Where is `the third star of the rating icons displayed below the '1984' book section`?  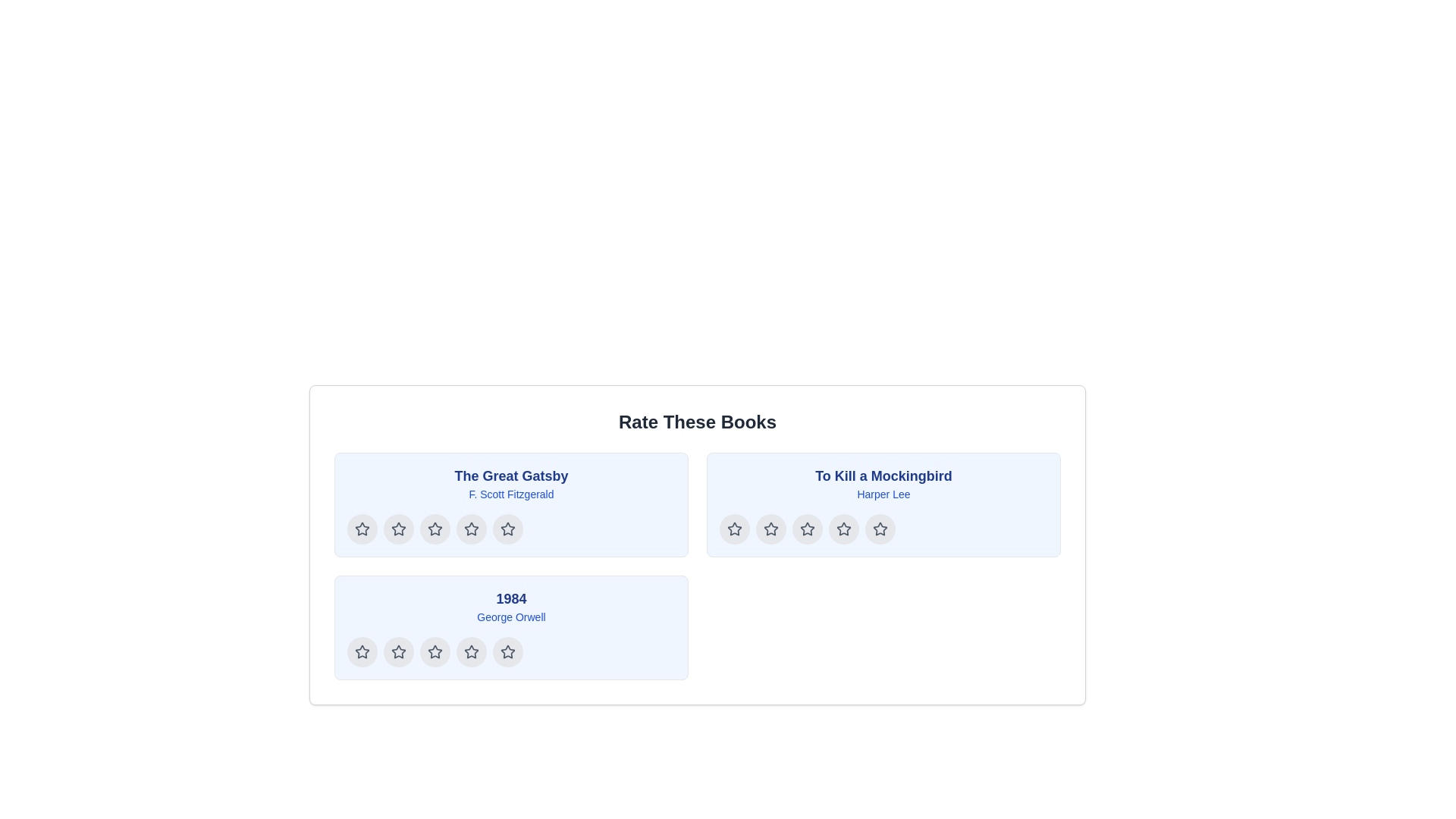 the third star of the rating icons displayed below the '1984' book section is located at coordinates (435, 651).